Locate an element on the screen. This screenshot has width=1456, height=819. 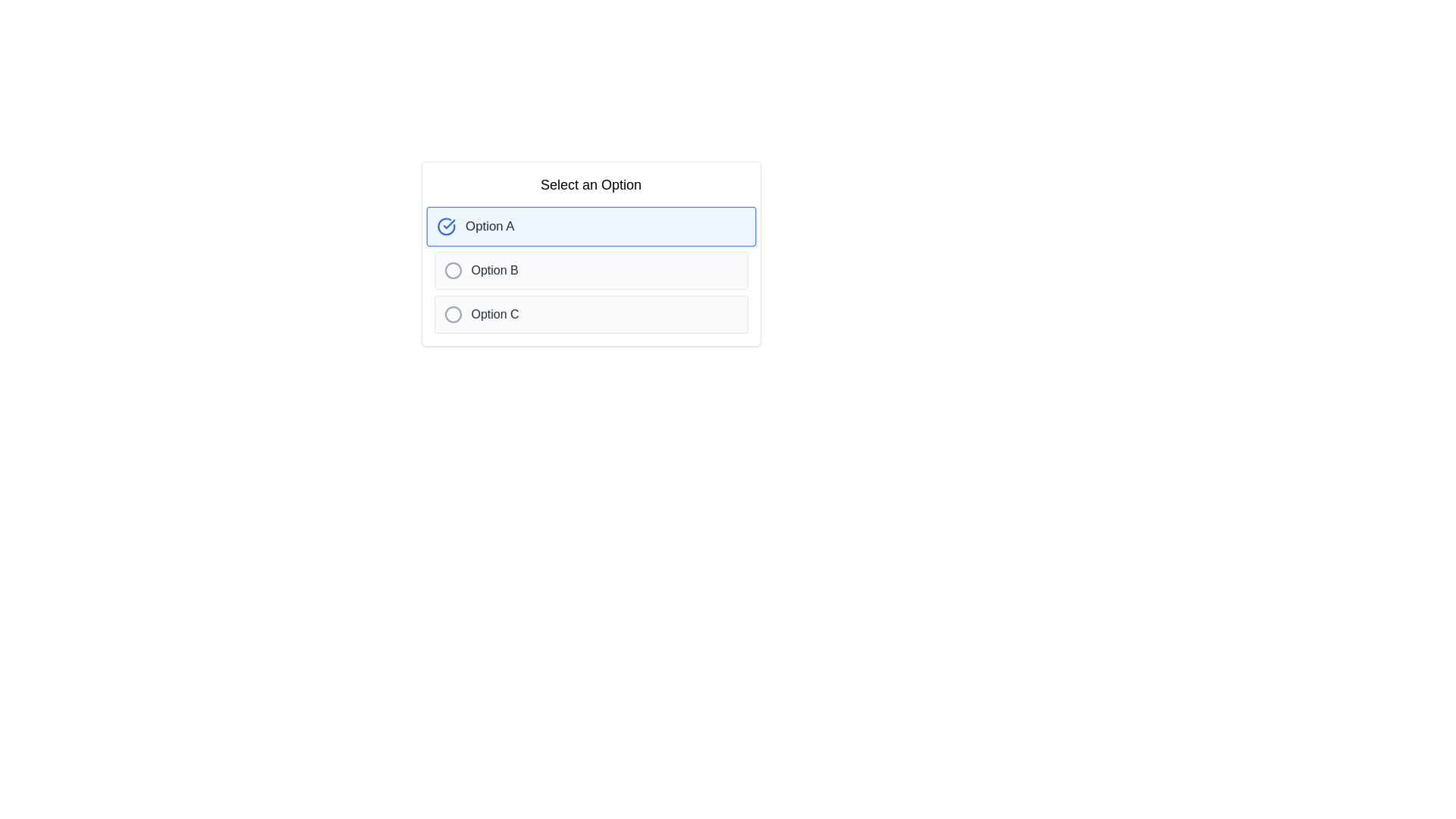
the unfilled circular radio button marker located to the left of the 'Option B' label is located at coordinates (452, 270).